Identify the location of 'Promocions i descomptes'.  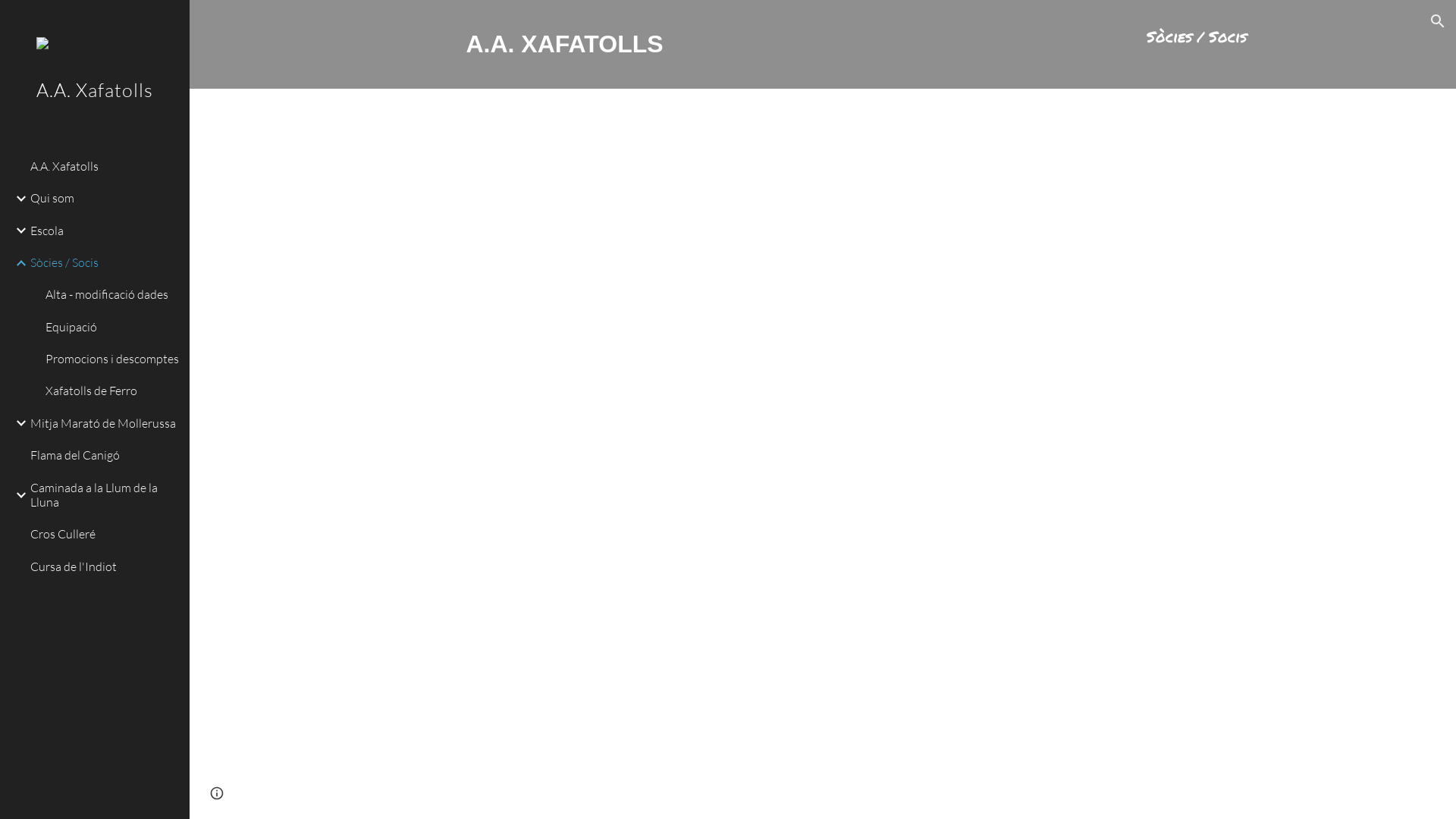
(111, 359).